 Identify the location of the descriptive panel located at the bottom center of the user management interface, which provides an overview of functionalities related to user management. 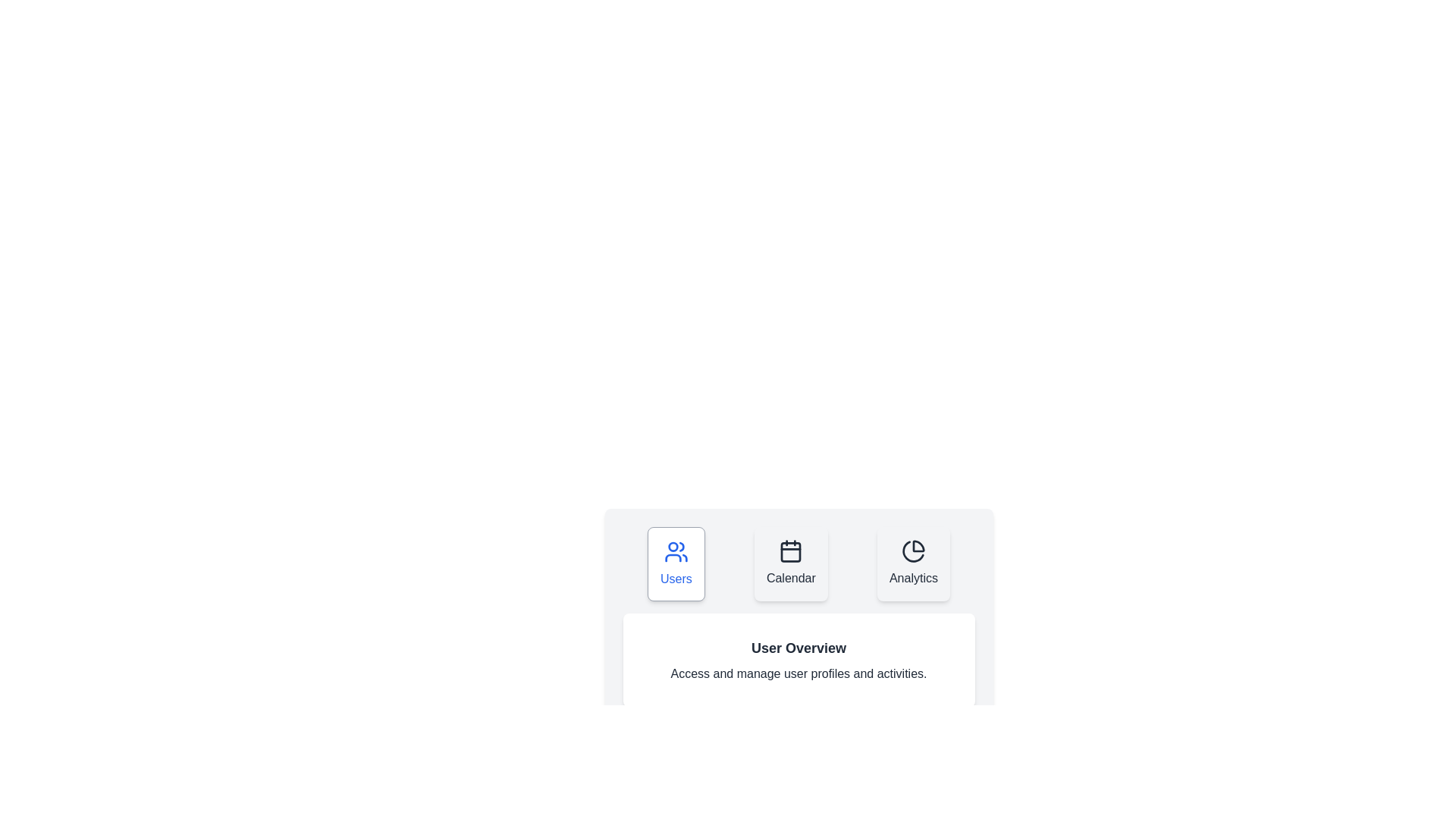
(798, 617).